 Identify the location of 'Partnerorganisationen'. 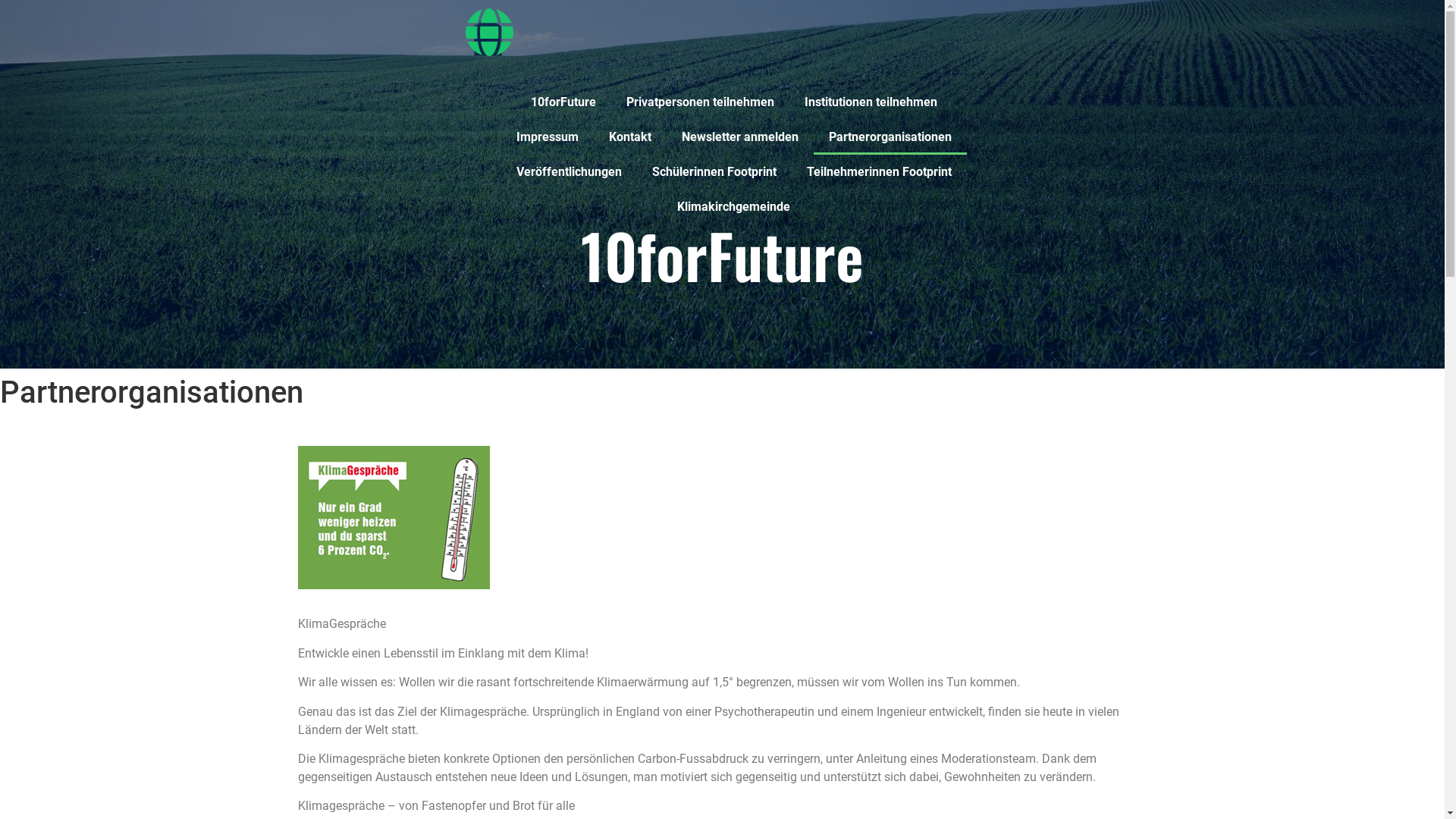
(889, 137).